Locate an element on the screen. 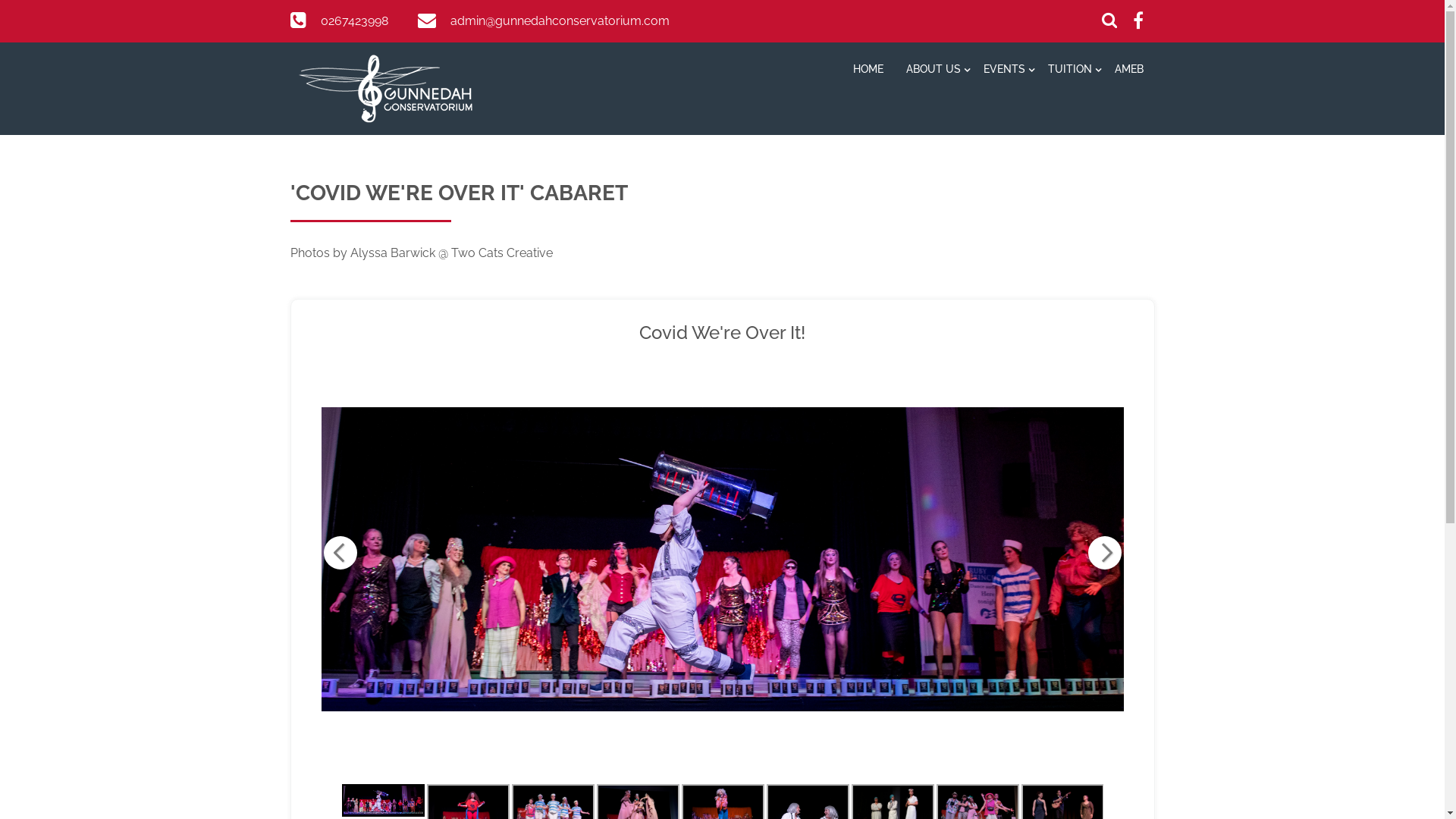  '0267423998' is located at coordinates (353, 20).